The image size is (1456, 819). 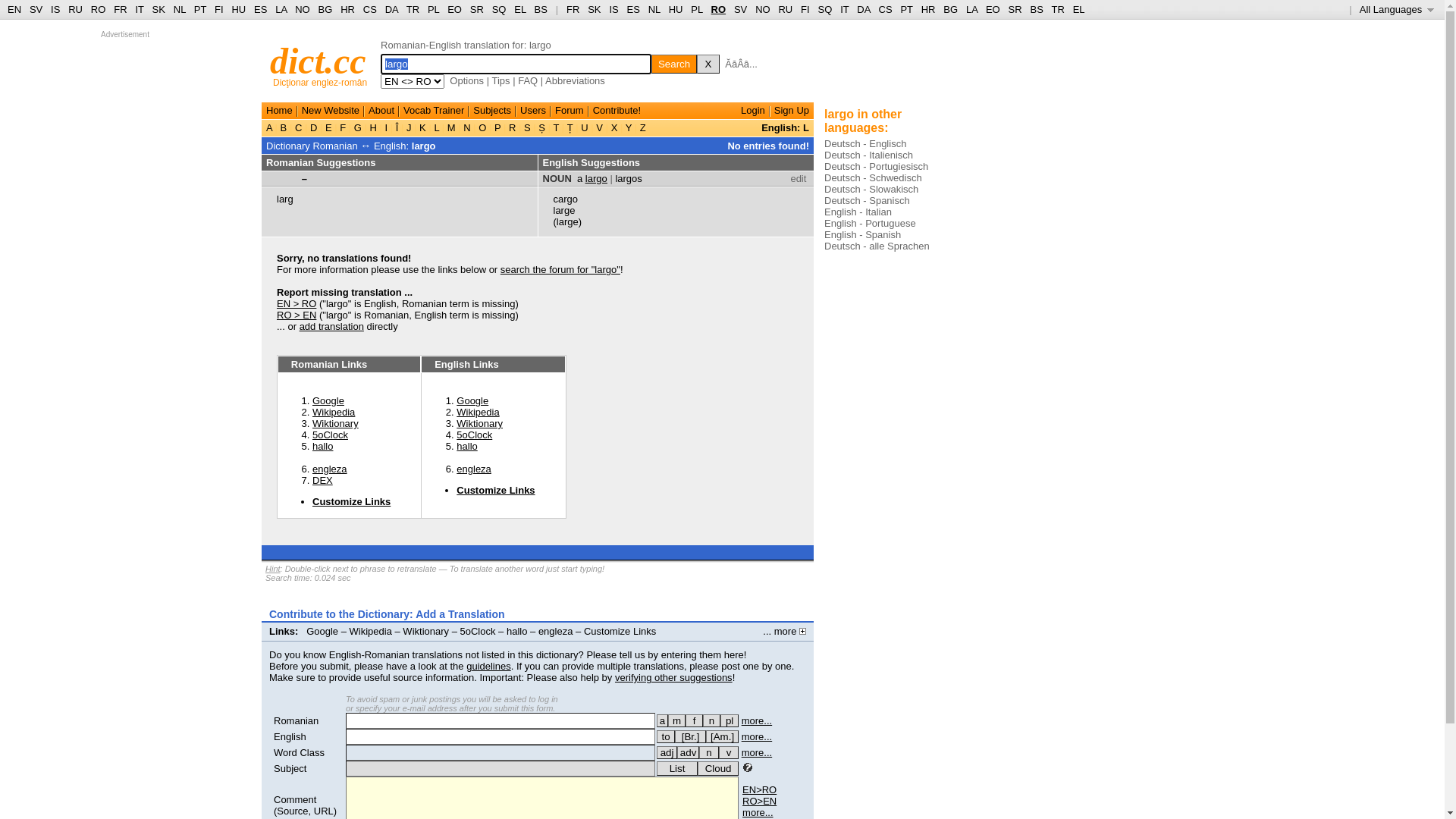 I want to click on 'engleza', so click(x=555, y=631).